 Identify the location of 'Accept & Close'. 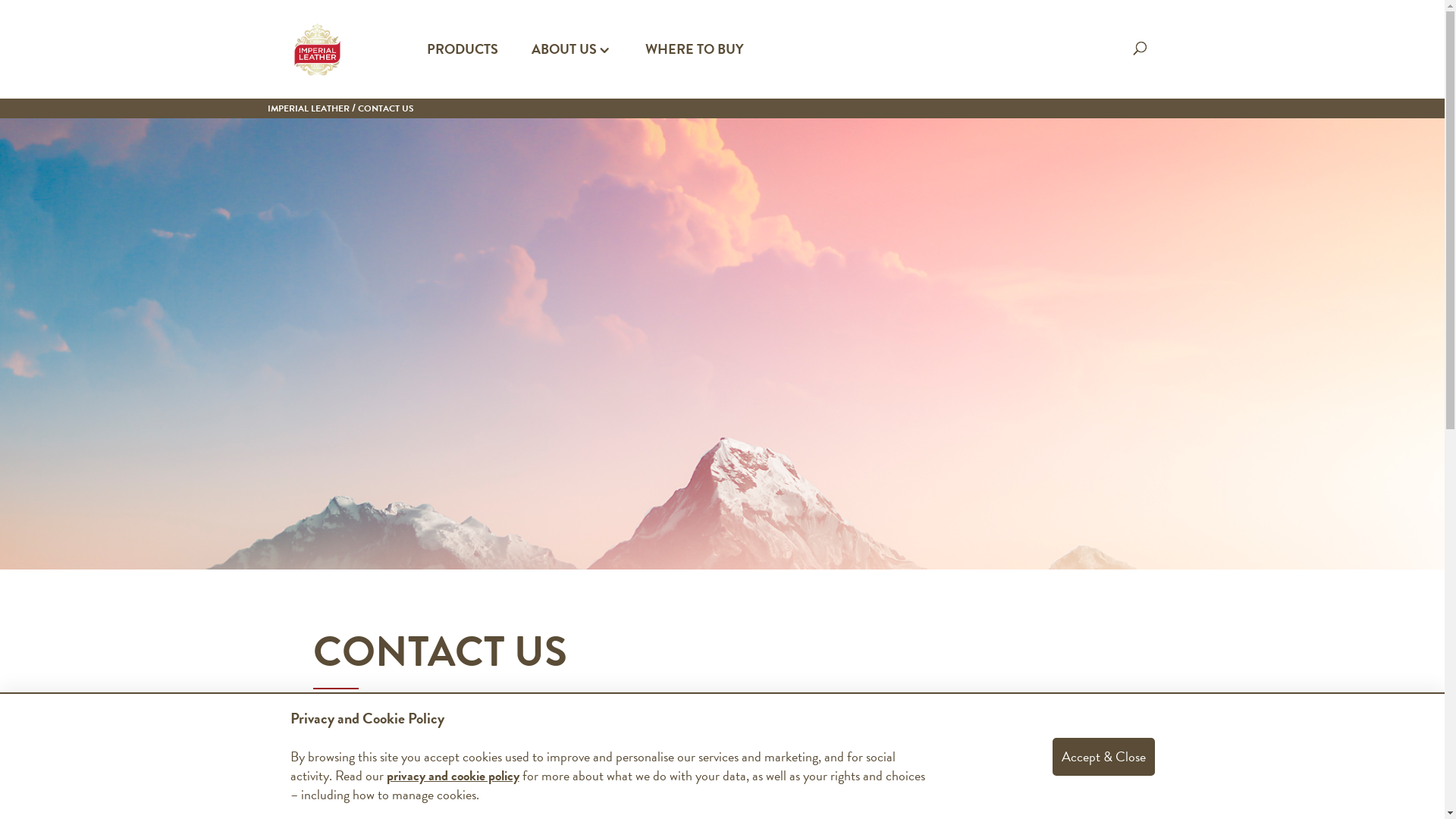
(1103, 755).